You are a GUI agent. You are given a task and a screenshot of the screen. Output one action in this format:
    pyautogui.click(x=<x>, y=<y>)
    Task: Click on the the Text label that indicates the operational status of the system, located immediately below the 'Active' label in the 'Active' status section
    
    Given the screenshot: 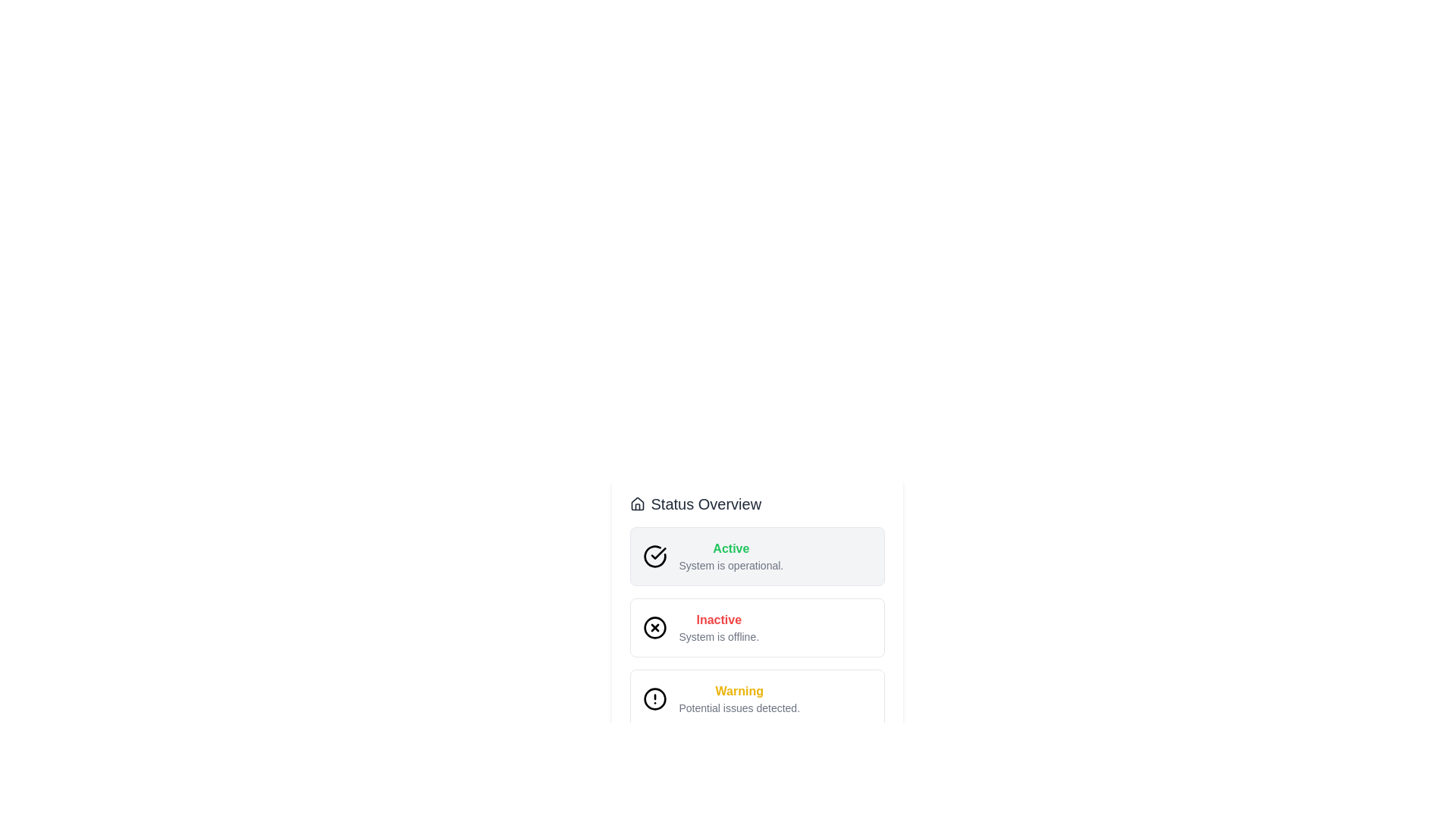 What is the action you would take?
    pyautogui.click(x=731, y=565)
    